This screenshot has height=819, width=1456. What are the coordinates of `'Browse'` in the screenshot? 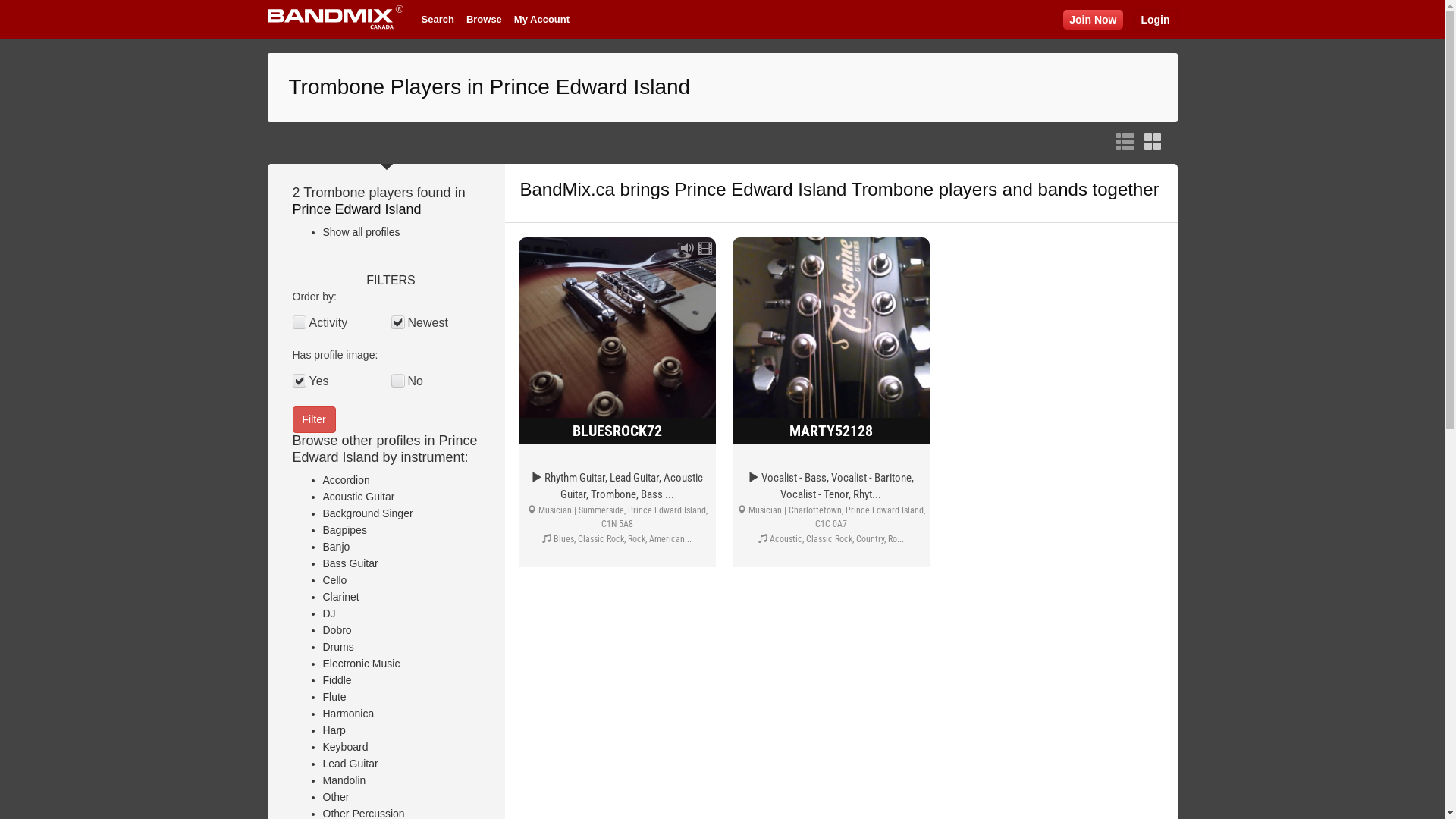 It's located at (483, 20).